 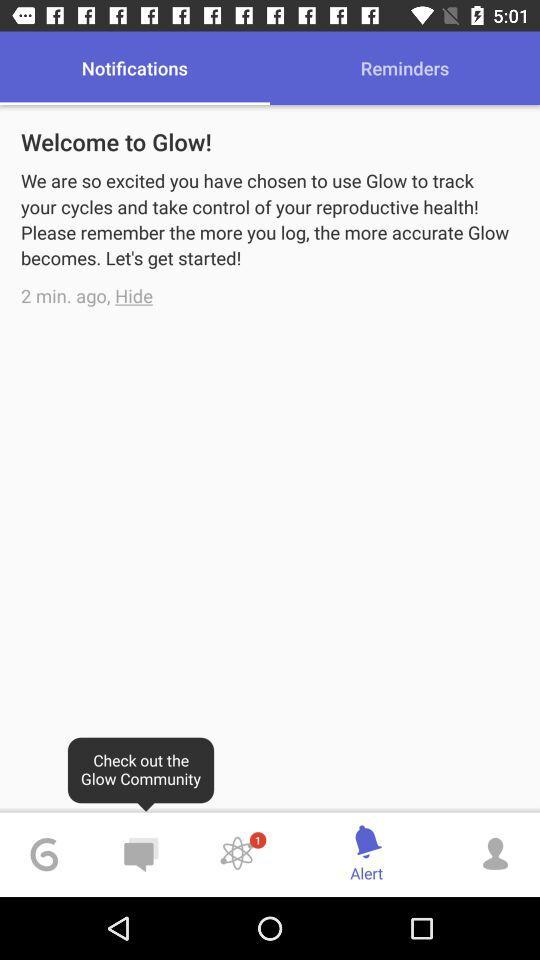 I want to click on the hide, so click(x=134, y=294).